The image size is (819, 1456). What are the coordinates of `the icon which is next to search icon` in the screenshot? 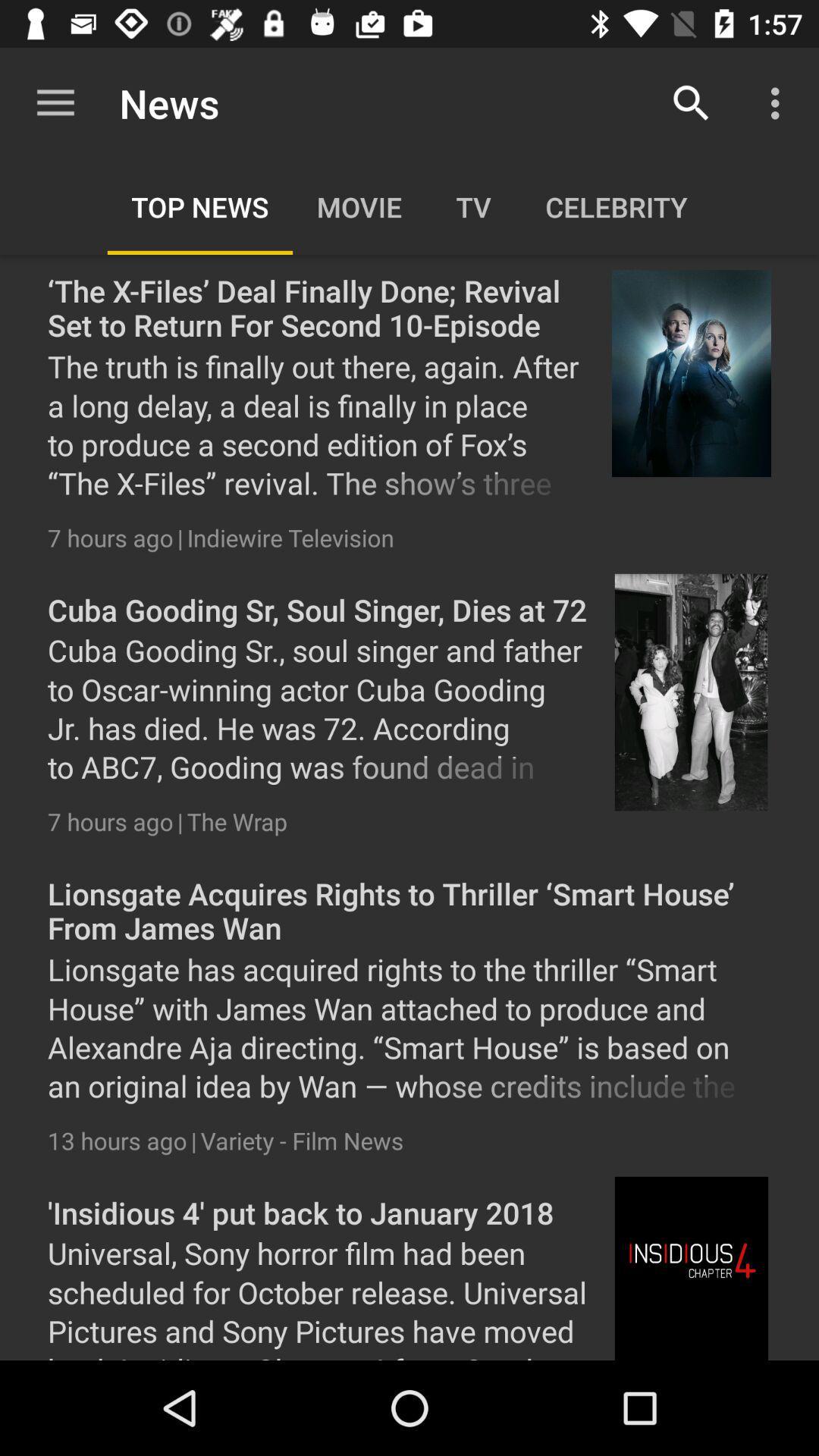 It's located at (779, 103).